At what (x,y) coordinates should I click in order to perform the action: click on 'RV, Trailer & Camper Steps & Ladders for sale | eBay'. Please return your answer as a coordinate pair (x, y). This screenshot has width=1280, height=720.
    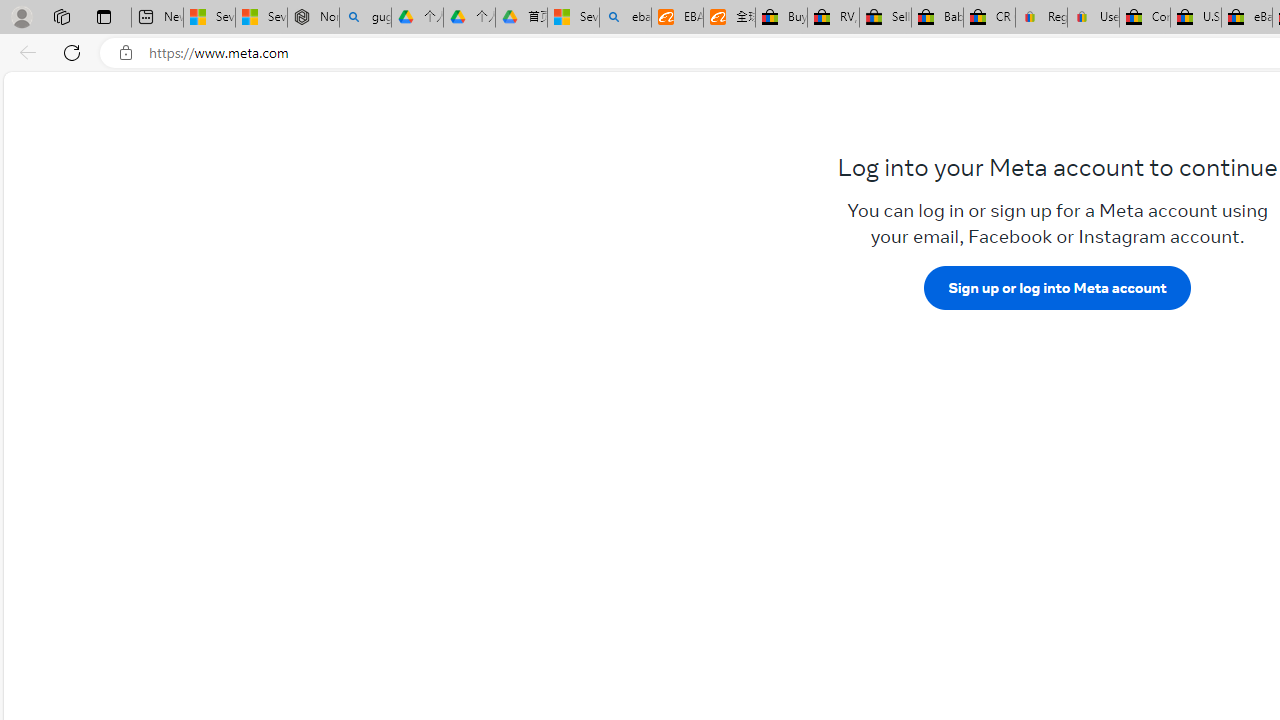
    Looking at the image, I should click on (833, 17).